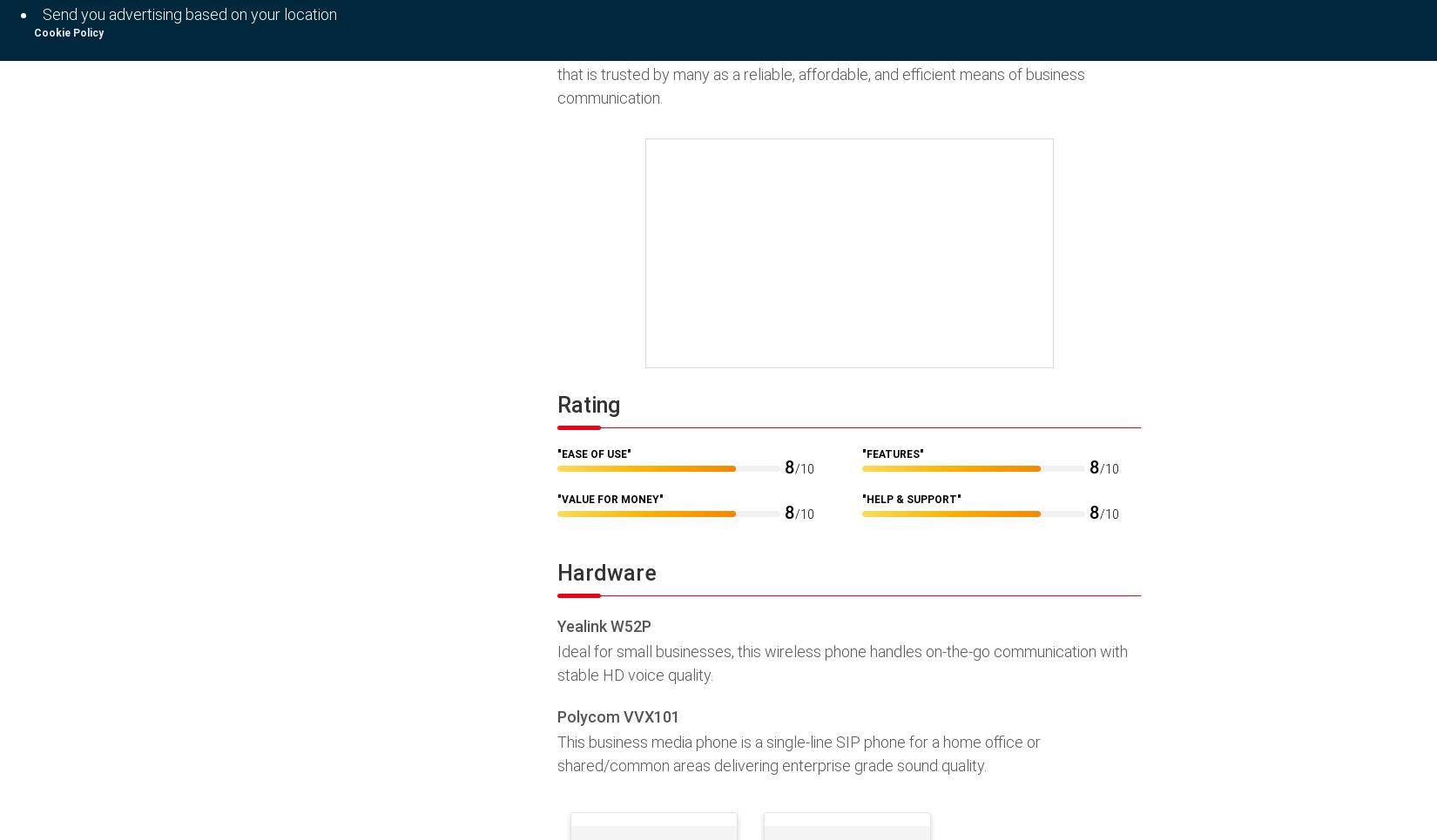 This screenshot has height=840, width=1437. What do you see at coordinates (617, 716) in the screenshot?
I see `'Polycom VVX101'` at bounding box center [617, 716].